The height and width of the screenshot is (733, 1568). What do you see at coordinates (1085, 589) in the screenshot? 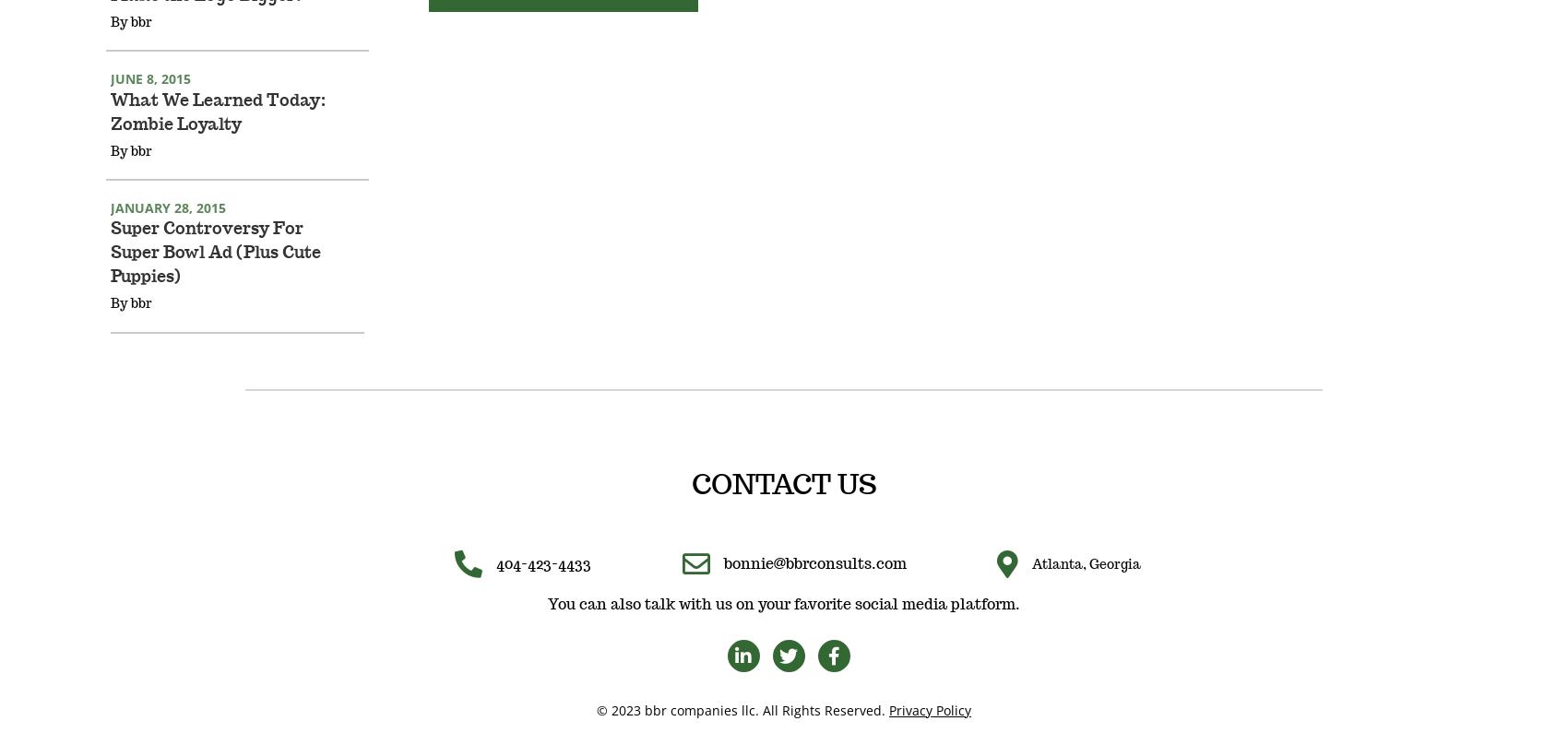
I see `'Atlanta, Georgia'` at bounding box center [1085, 589].